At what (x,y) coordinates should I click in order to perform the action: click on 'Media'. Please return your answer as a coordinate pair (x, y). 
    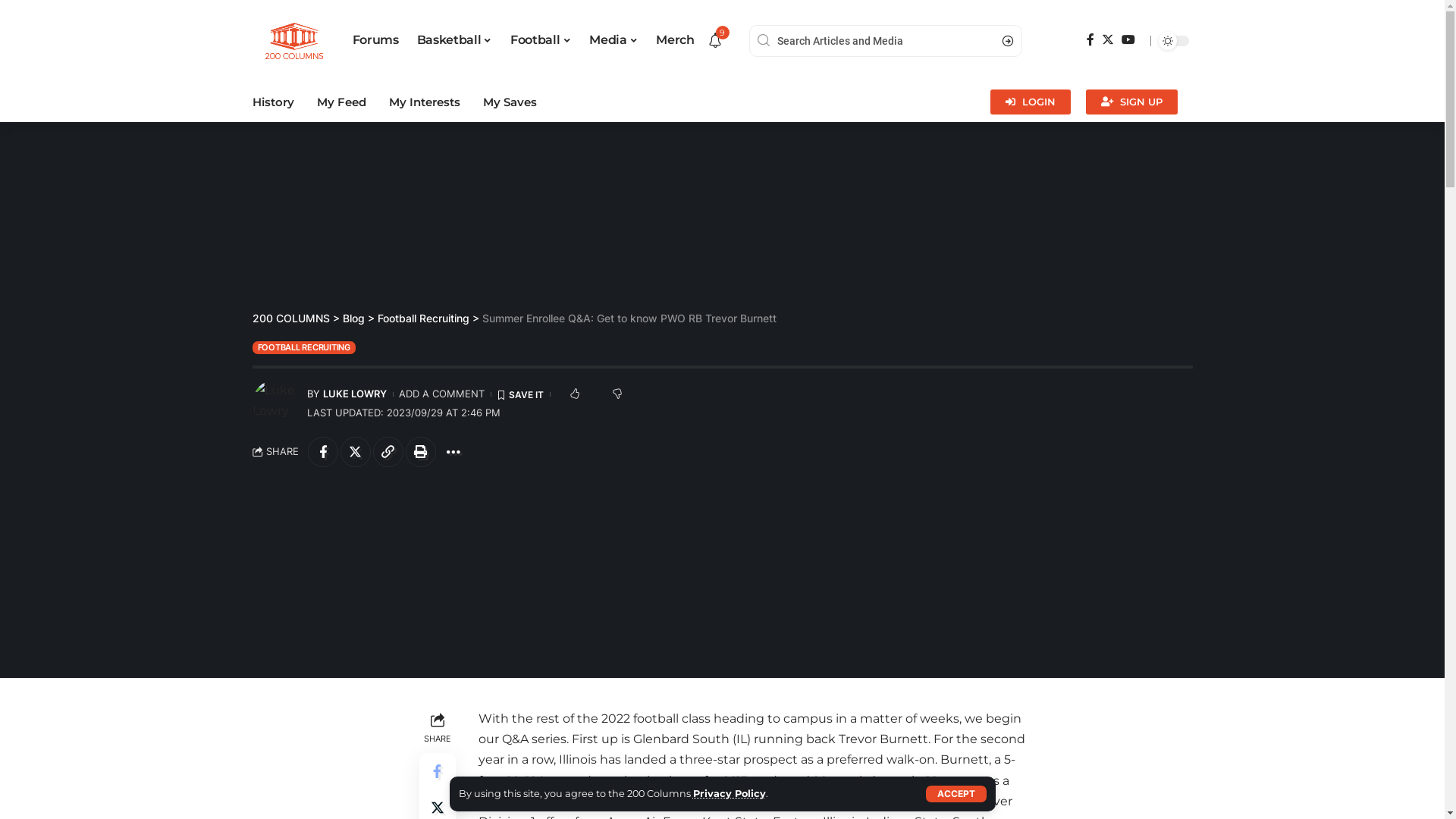
    Looking at the image, I should click on (579, 40).